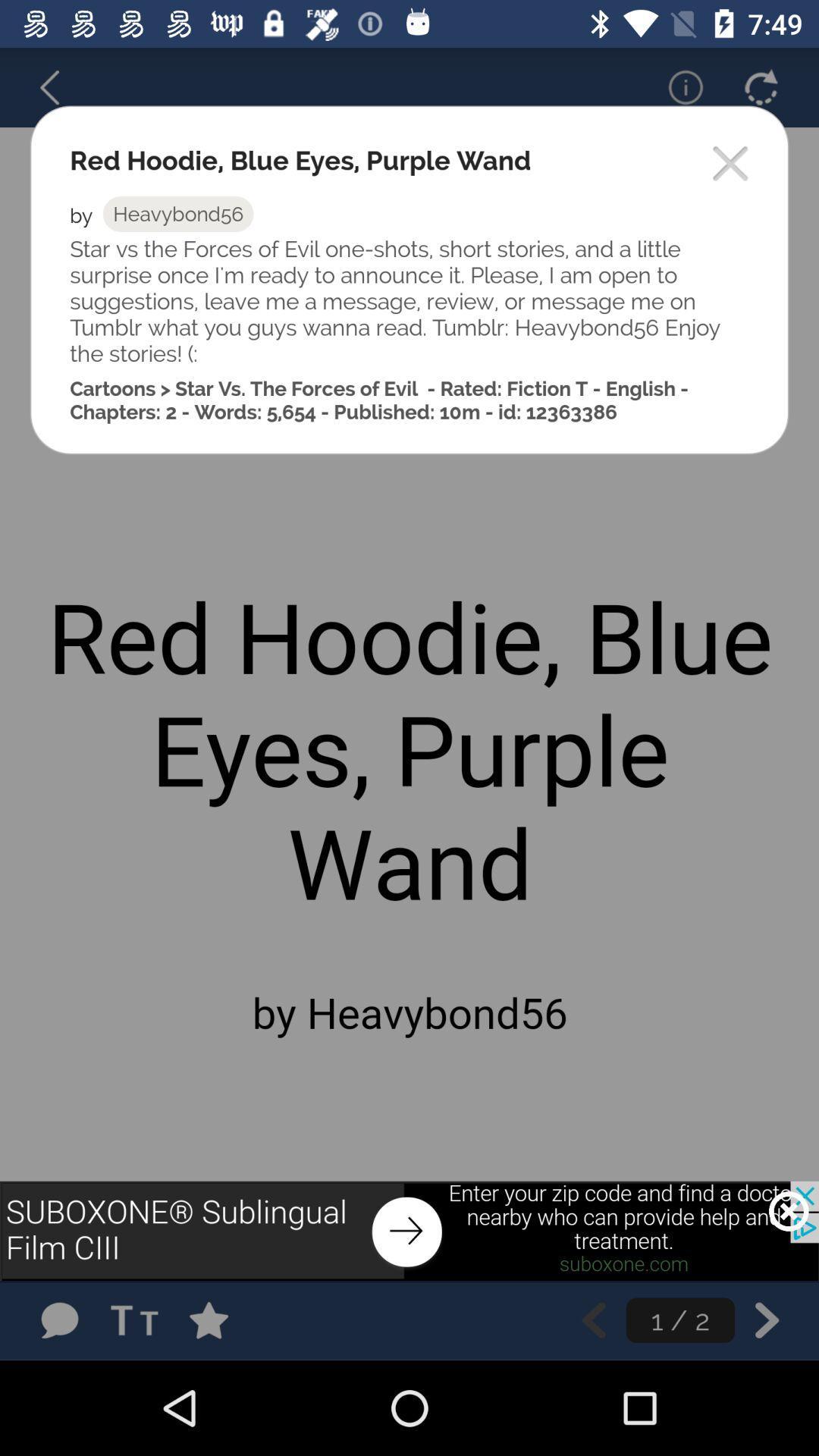 The height and width of the screenshot is (1456, 819). I want to click on the refresh icon, so click(761, 86).